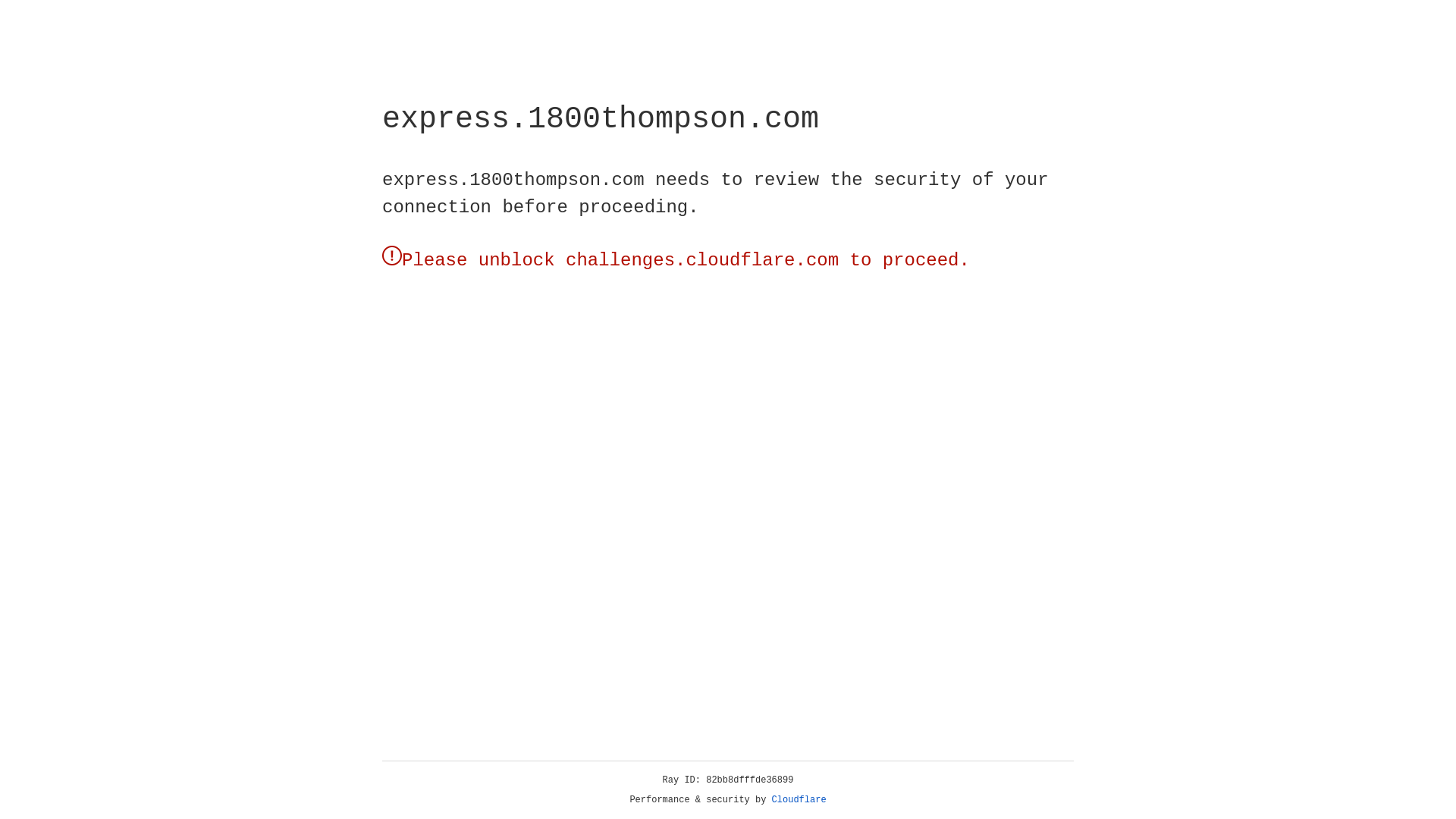  I want to click on 'Cloudflare', so click(799, 799).